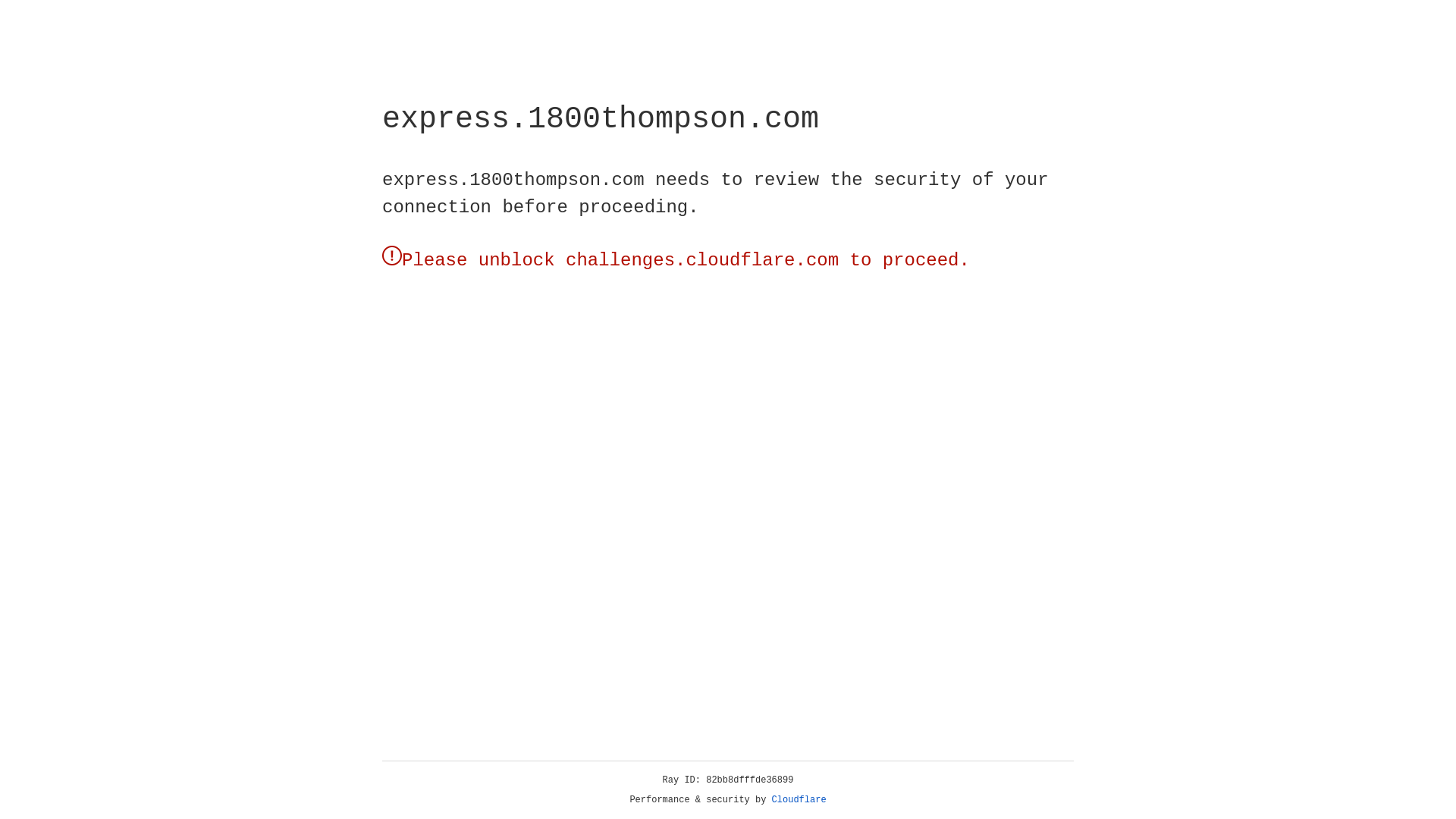  I want to click on 'Cloudflare', so click(799, 799).